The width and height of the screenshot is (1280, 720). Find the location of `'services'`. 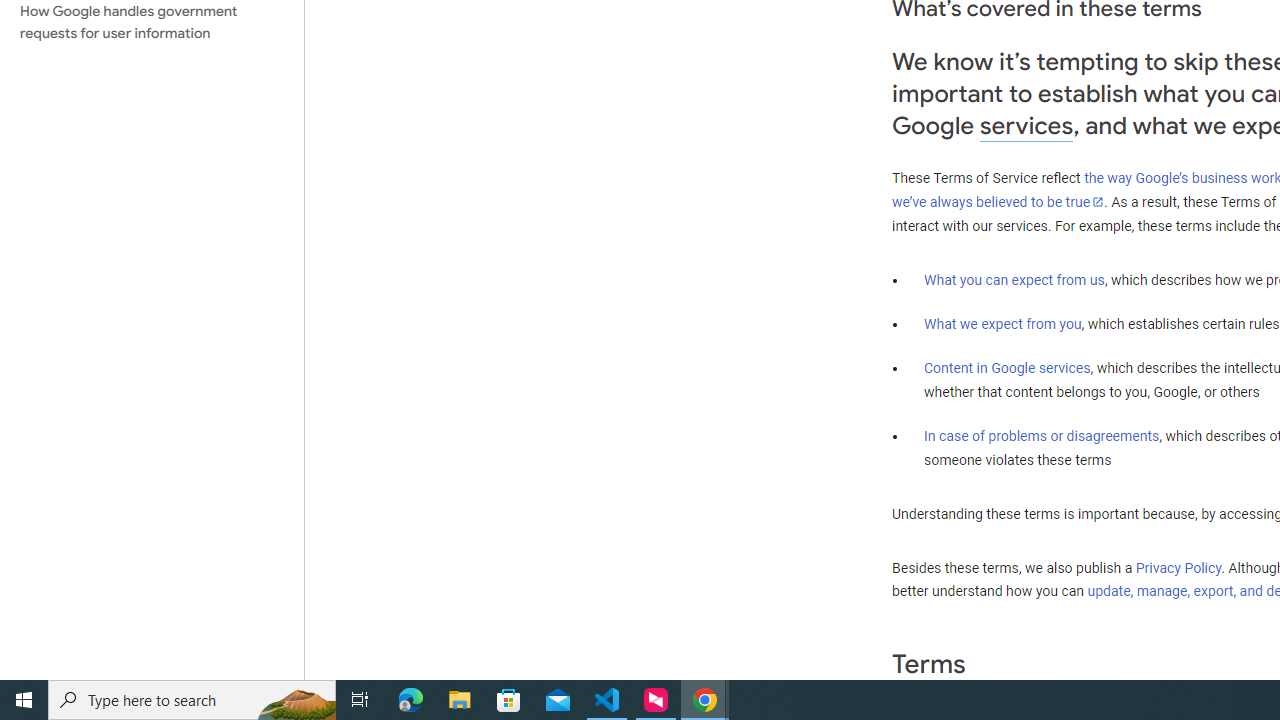

'services' is located at coordinates (1026, 125).